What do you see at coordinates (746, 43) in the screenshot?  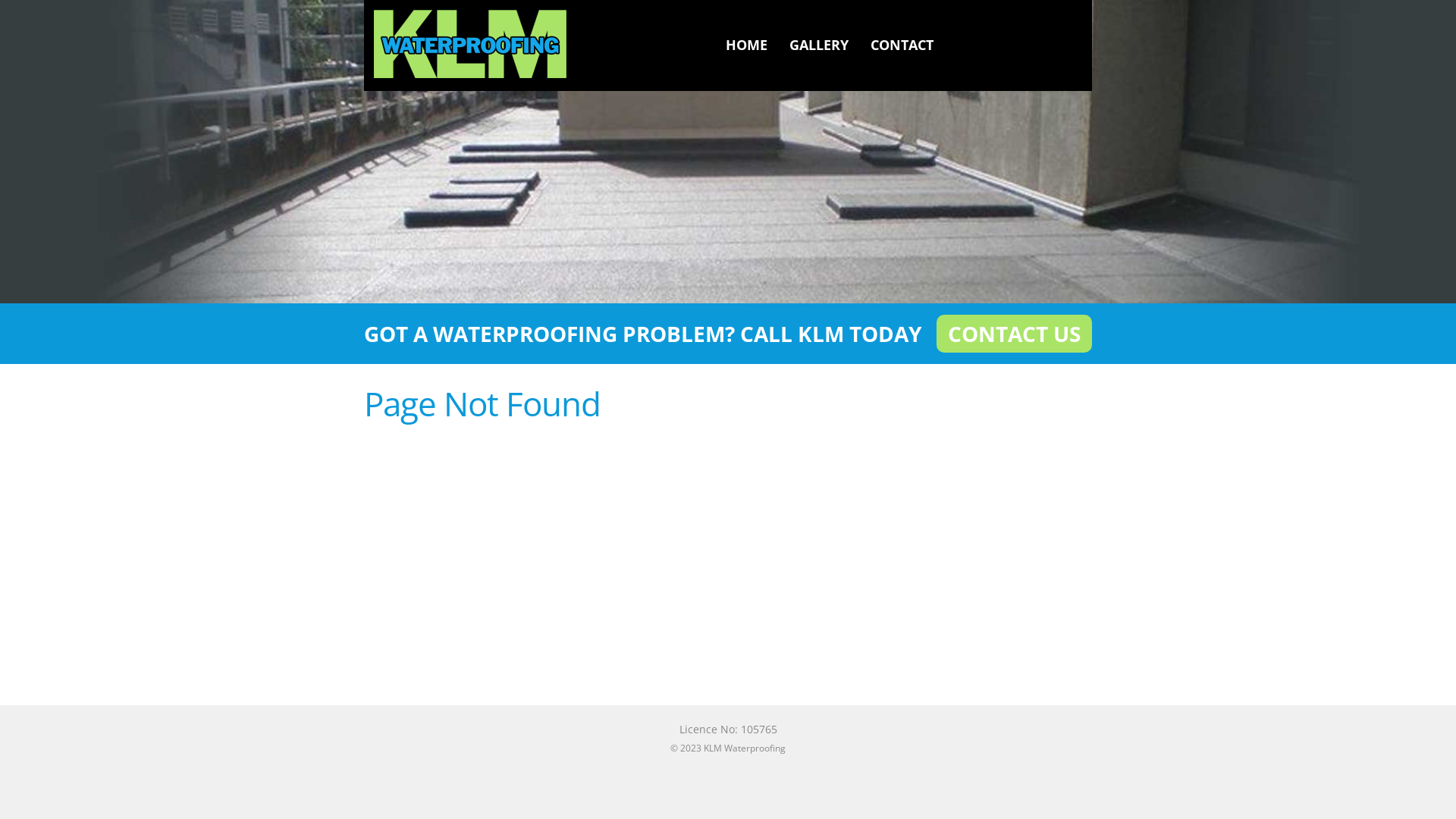 I see `'HOME'` at bounding box center [746, 43].